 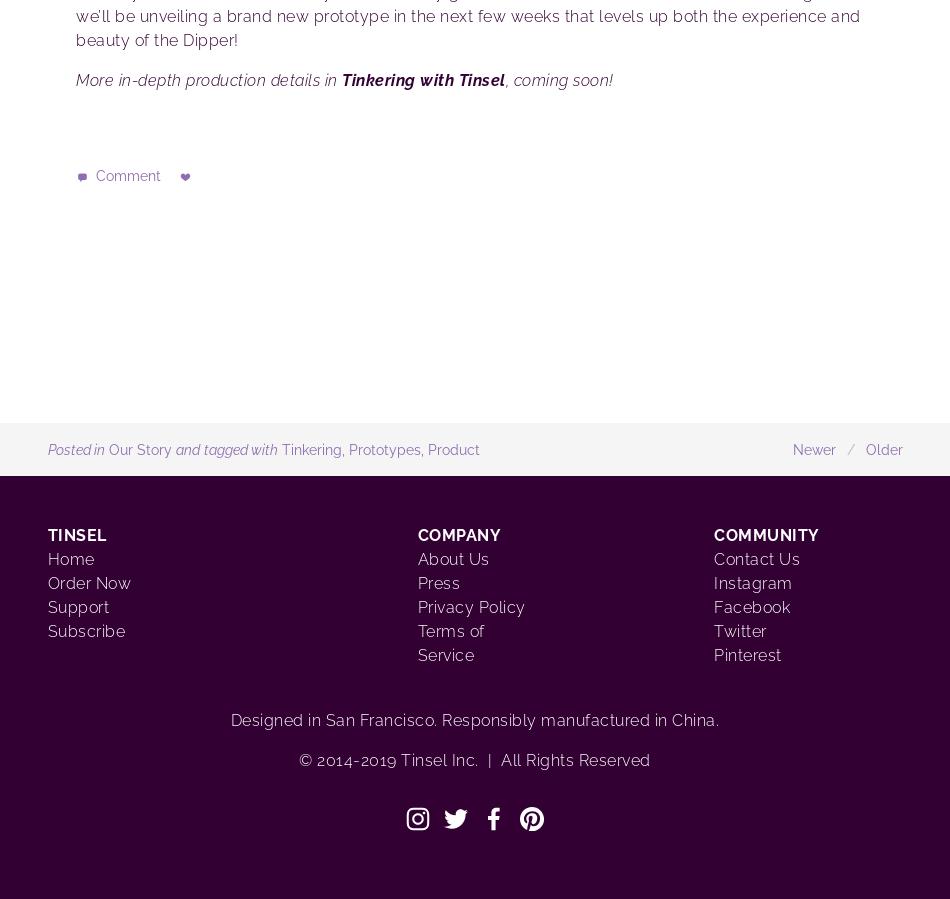 What do you see at coordinates (812, 448) in the screenshot?
I see `'Newer'` at bounding box center [812, 448].